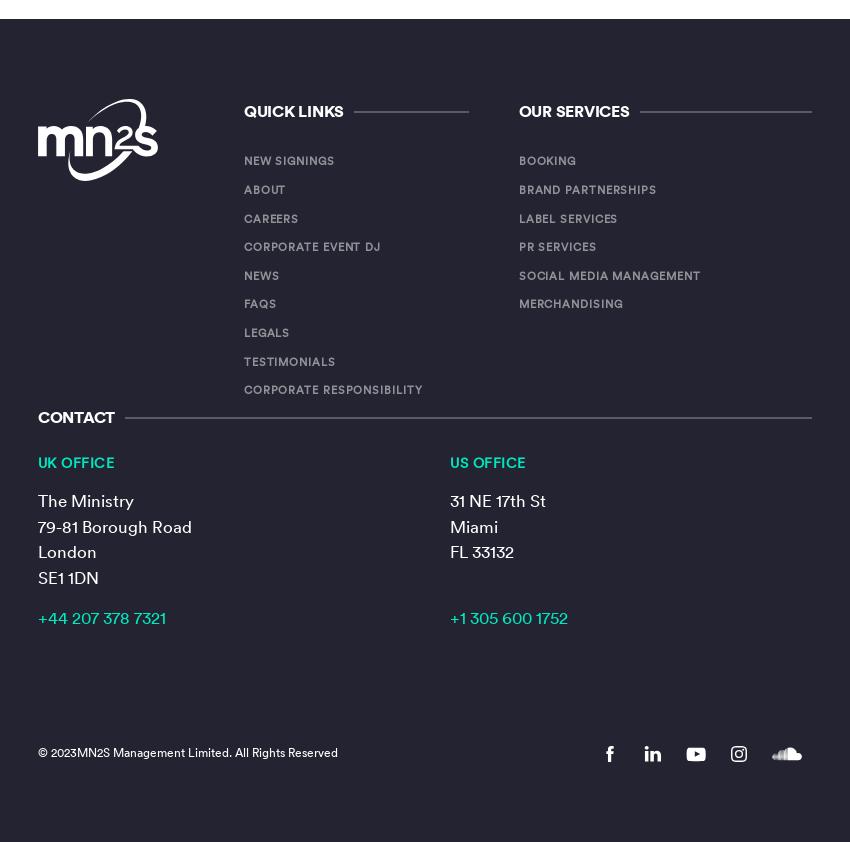 This screenshot has height=842, width=850. I want to click on 'Social Media Management', so click(608, 274).